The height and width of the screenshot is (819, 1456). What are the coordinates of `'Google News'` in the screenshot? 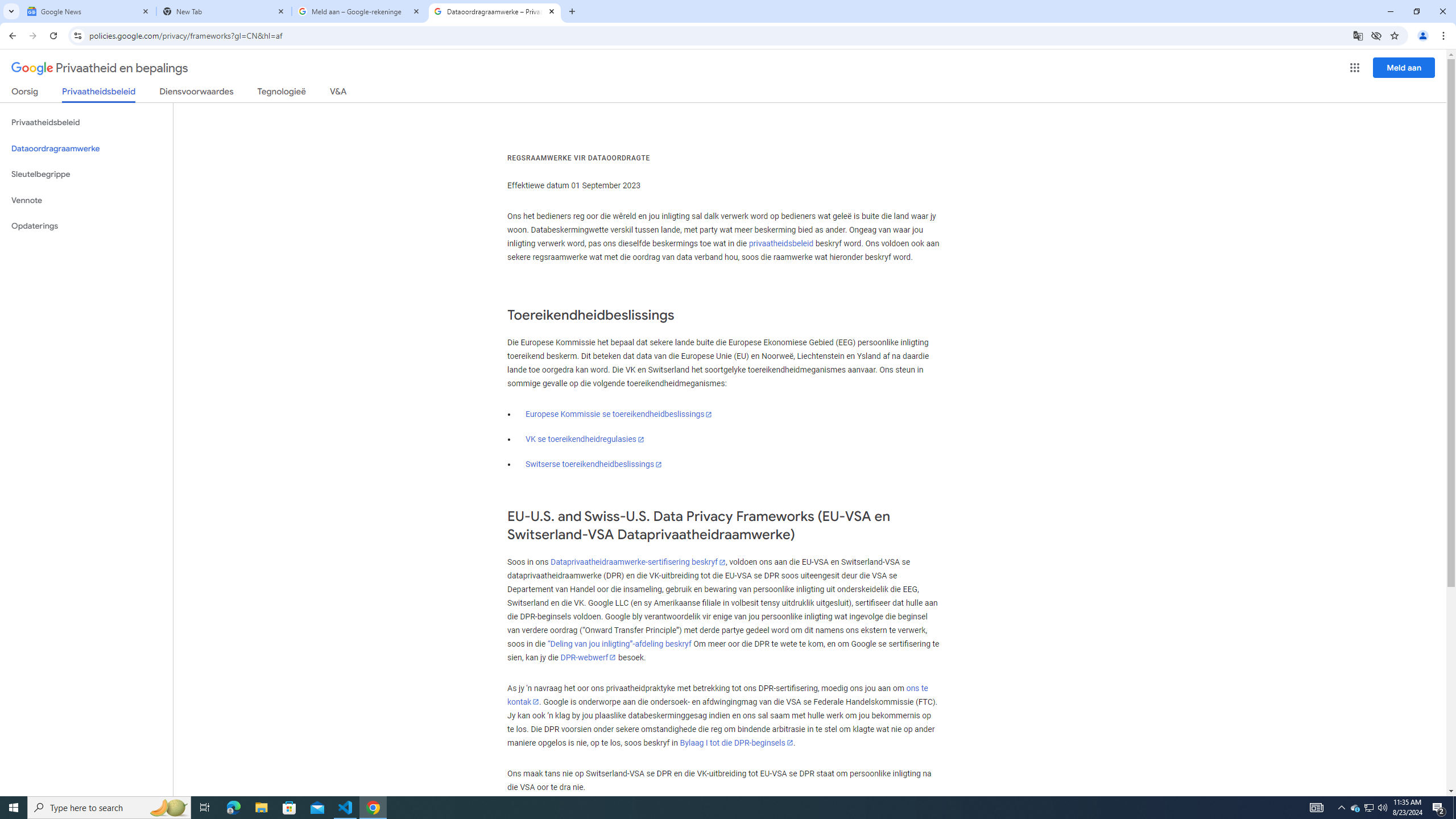 It's located at (88, 11).